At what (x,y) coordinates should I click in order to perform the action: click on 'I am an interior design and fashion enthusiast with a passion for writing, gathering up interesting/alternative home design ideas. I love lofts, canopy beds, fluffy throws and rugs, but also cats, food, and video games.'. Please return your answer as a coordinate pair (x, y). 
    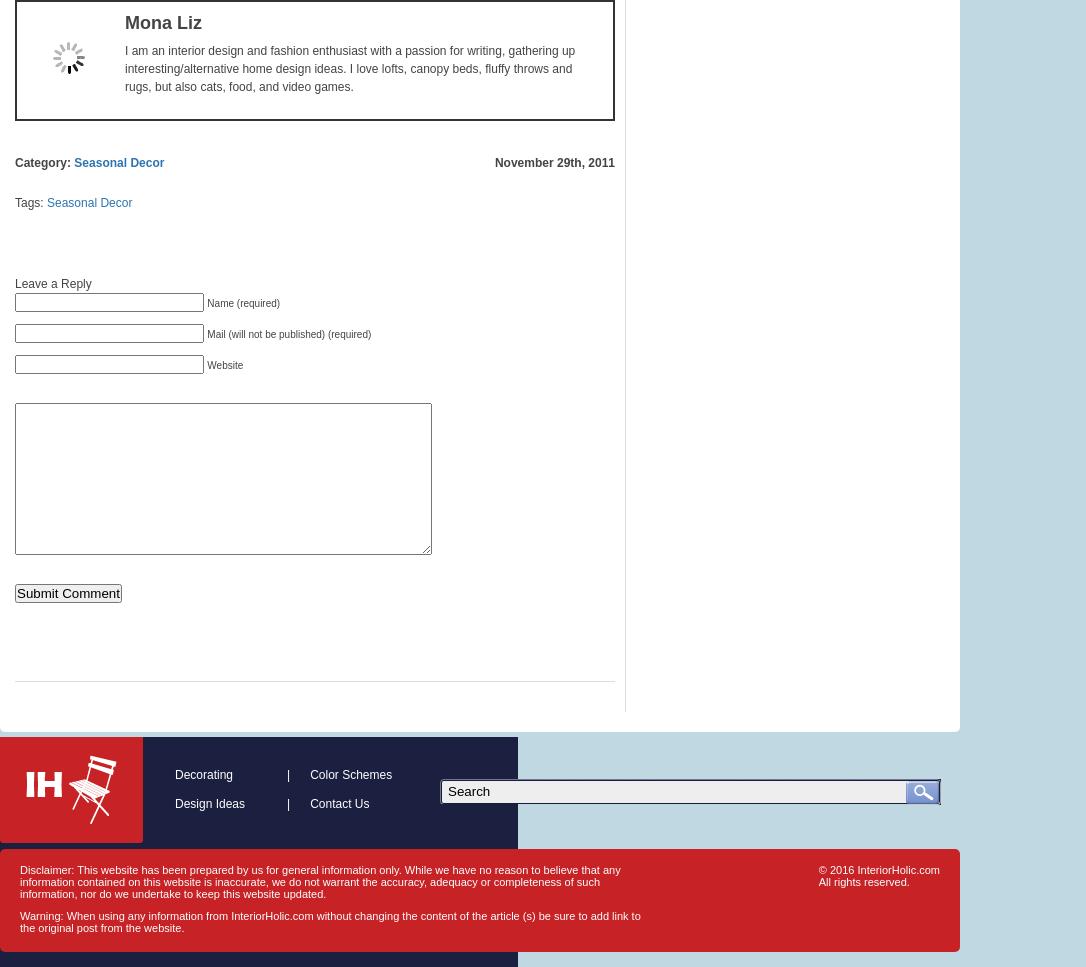
    Looking at the image, I should click on (349, 68).